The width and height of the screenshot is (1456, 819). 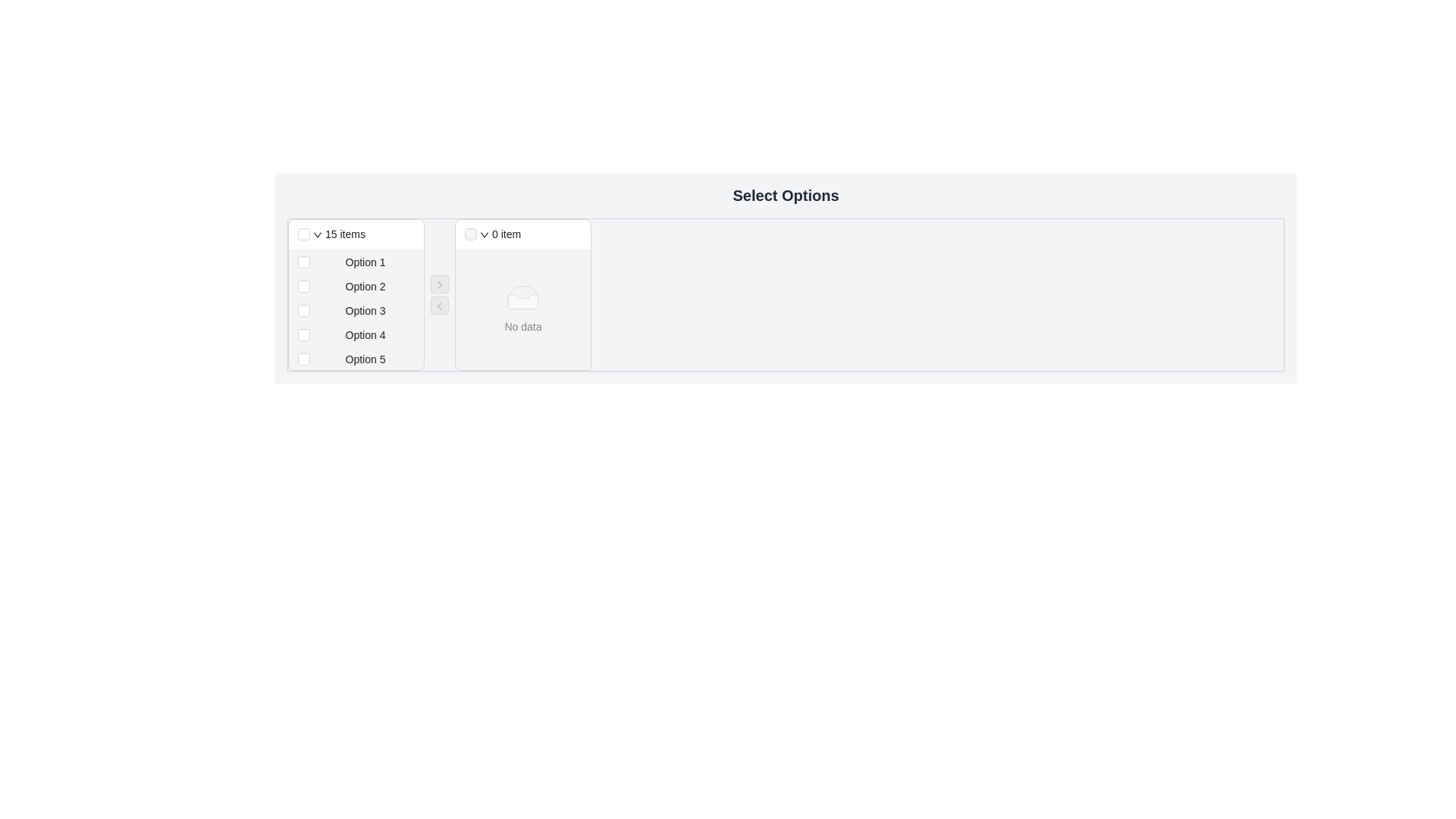 I want to click on the label 'Option 2' which is the second item in the left column of the 'Select Options' dual-list interface, positioned directly beneath 'Option 1', so click(x=365, y=287).